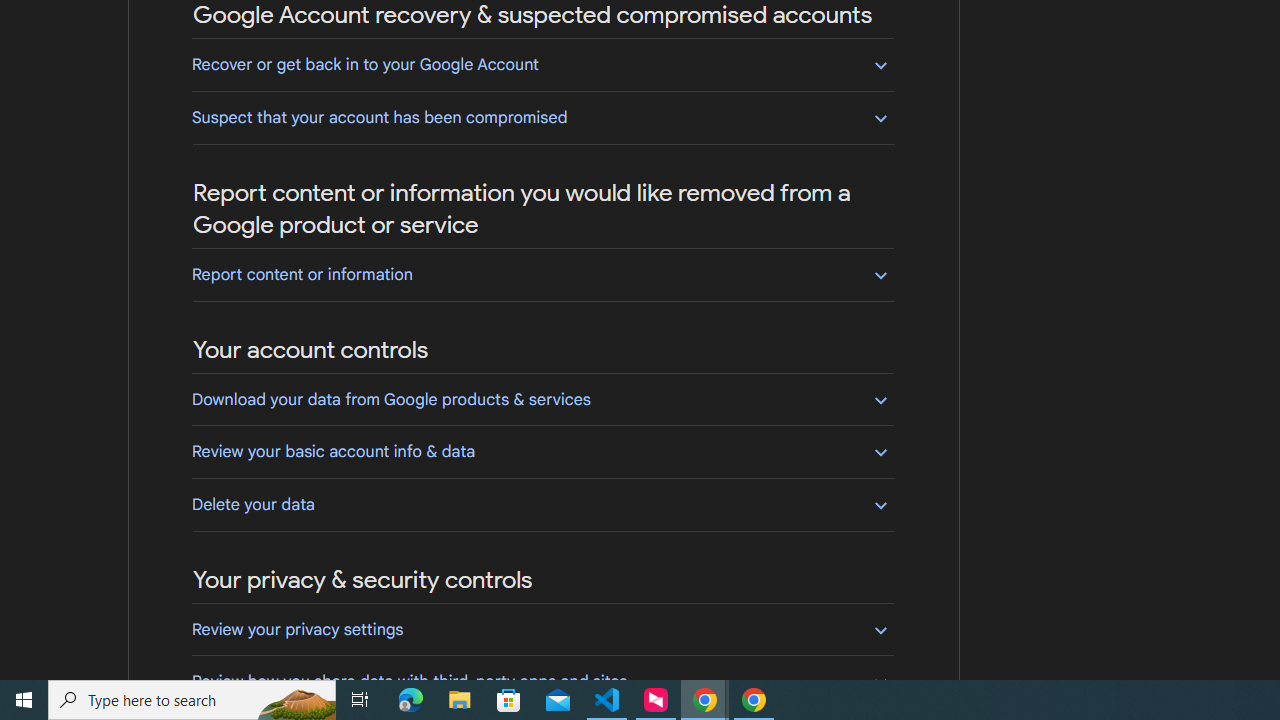 This screenshot has height=720, width=1280. What do you see at coordinates (542, 628) in the screenshot?
I see `'Review your privacy settings'` at bounding box center [542, 628].